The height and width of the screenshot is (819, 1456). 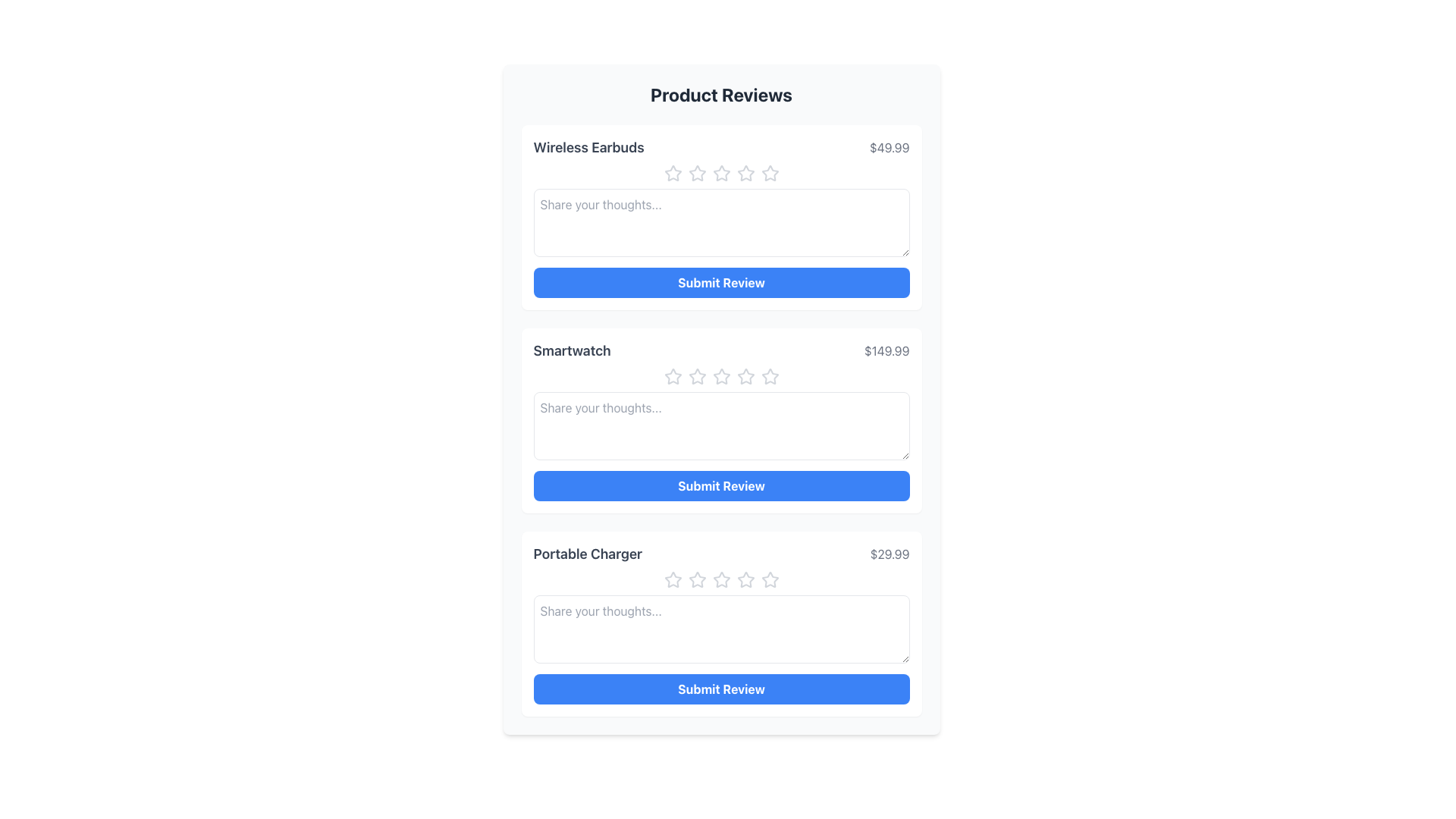 I want to click on the second star in the rating system, so click(x=696, y=172).